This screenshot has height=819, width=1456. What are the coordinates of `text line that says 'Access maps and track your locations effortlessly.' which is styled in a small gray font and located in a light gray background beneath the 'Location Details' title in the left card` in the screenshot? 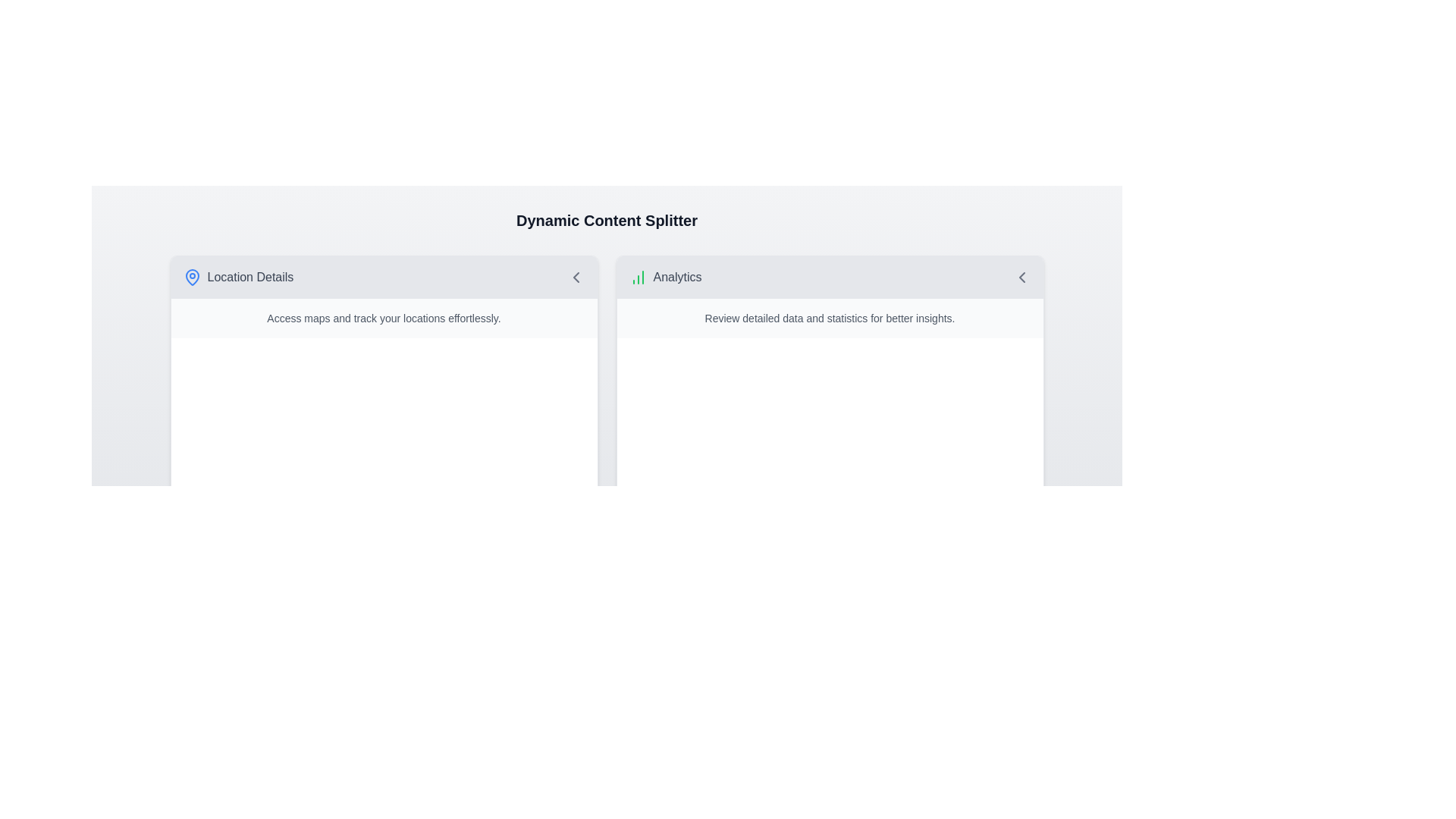 It's located at (384, 318).